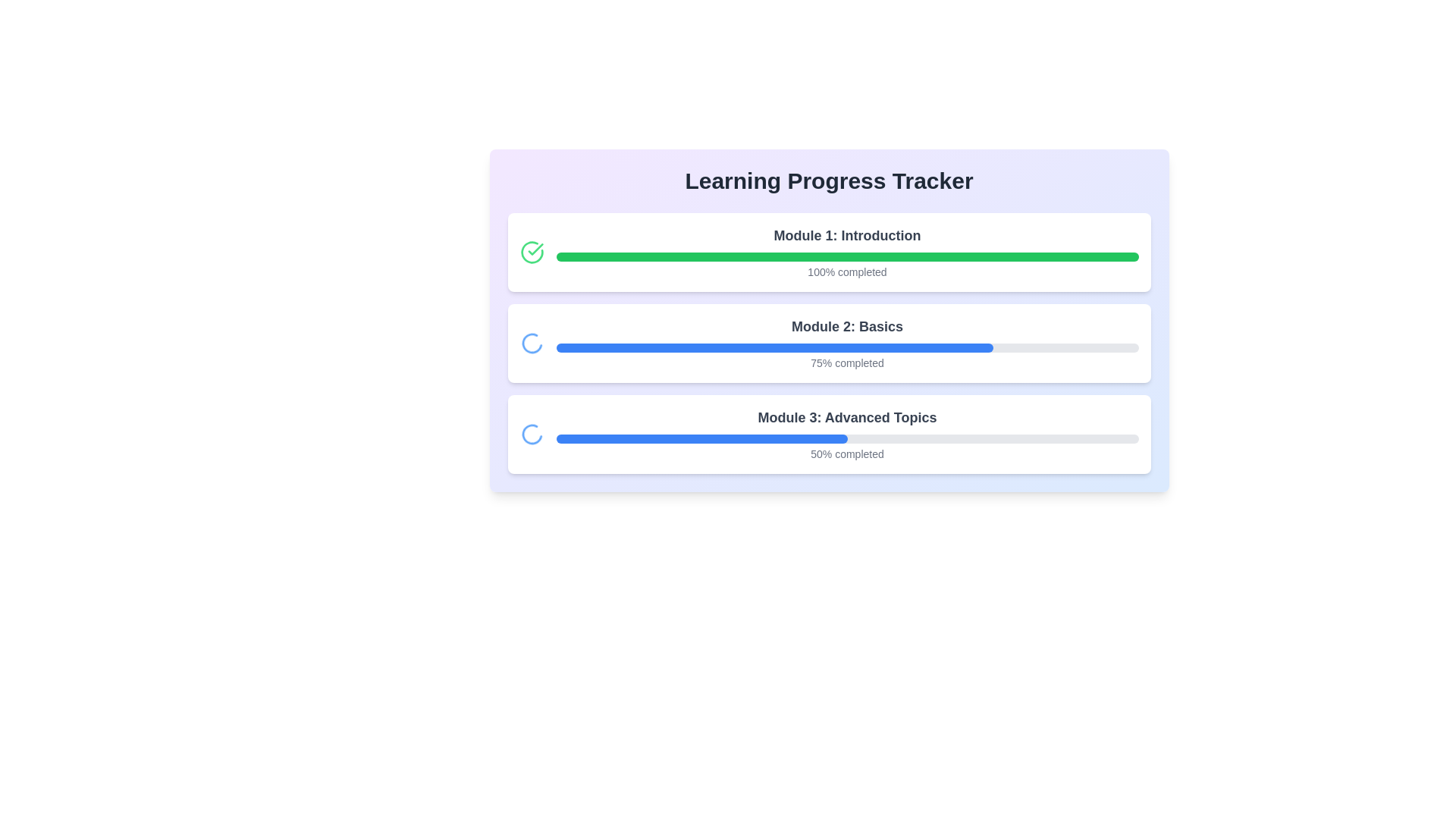  What do you see at coordinates (846, 343) in the screenshot?
I see `the progress indicator for 'Module 2: Basics' to receive additional information about the module's progress` at bounding box center [846, 343].